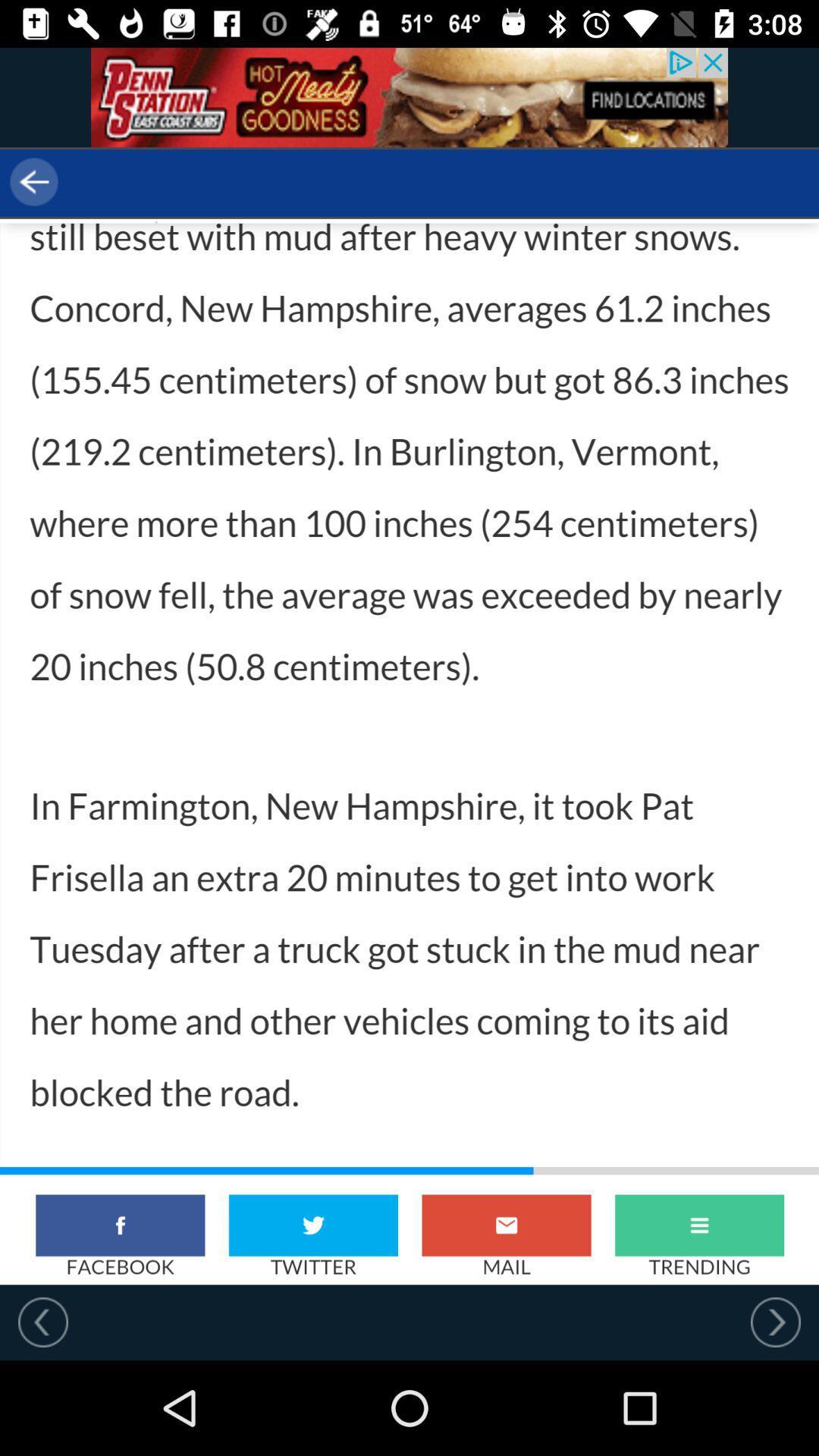  Describe the element at coordinates (99, 182) in the screenshot. I see `the arrow_backward icon` at that location.